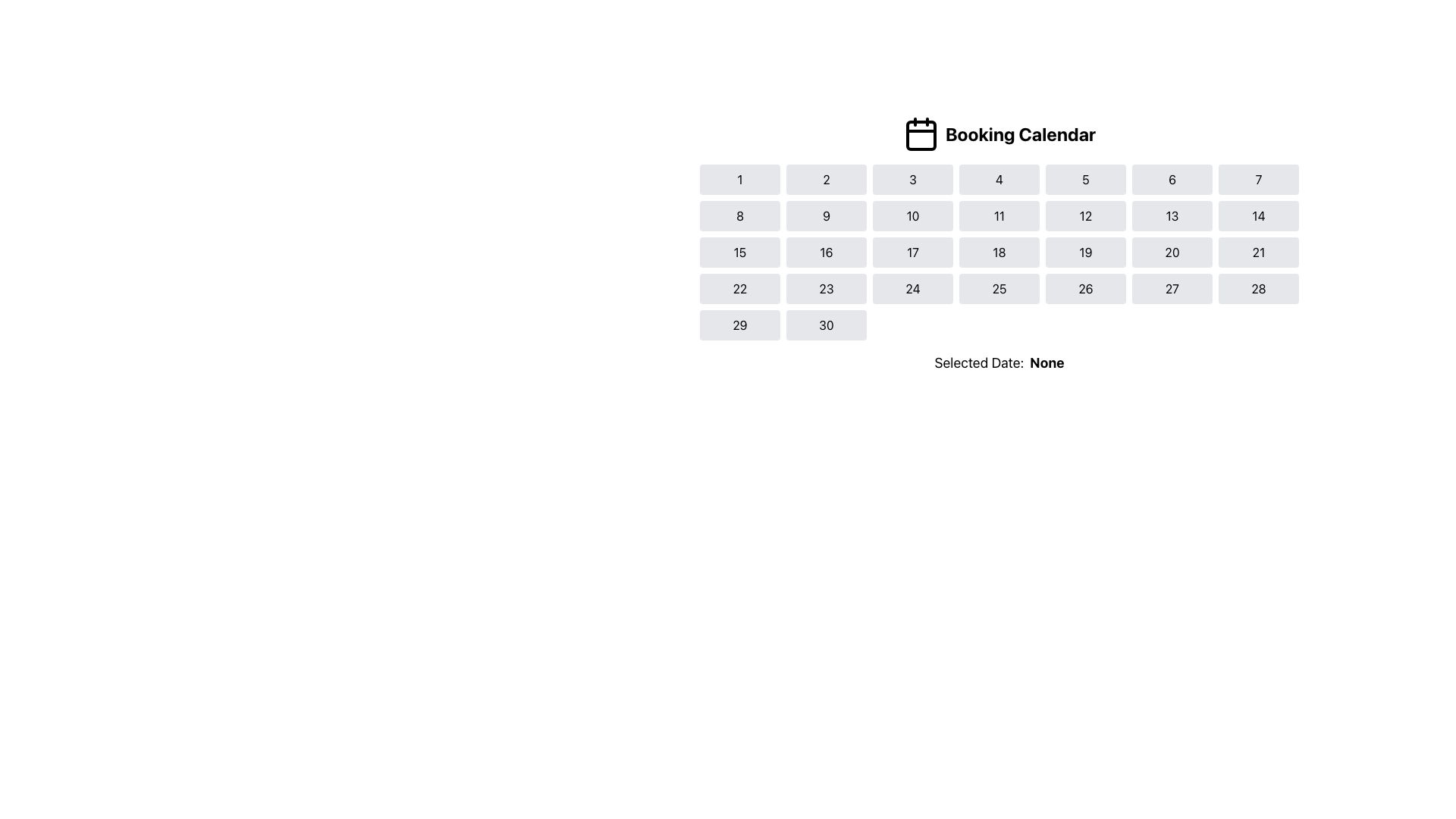 This screenshot has height=819, width=1456. I want to click on the calendar icon, which is characterized by its rectangular base and spiral bindings, located next to the bold text 'Booking Calendar', so click(920, 133).